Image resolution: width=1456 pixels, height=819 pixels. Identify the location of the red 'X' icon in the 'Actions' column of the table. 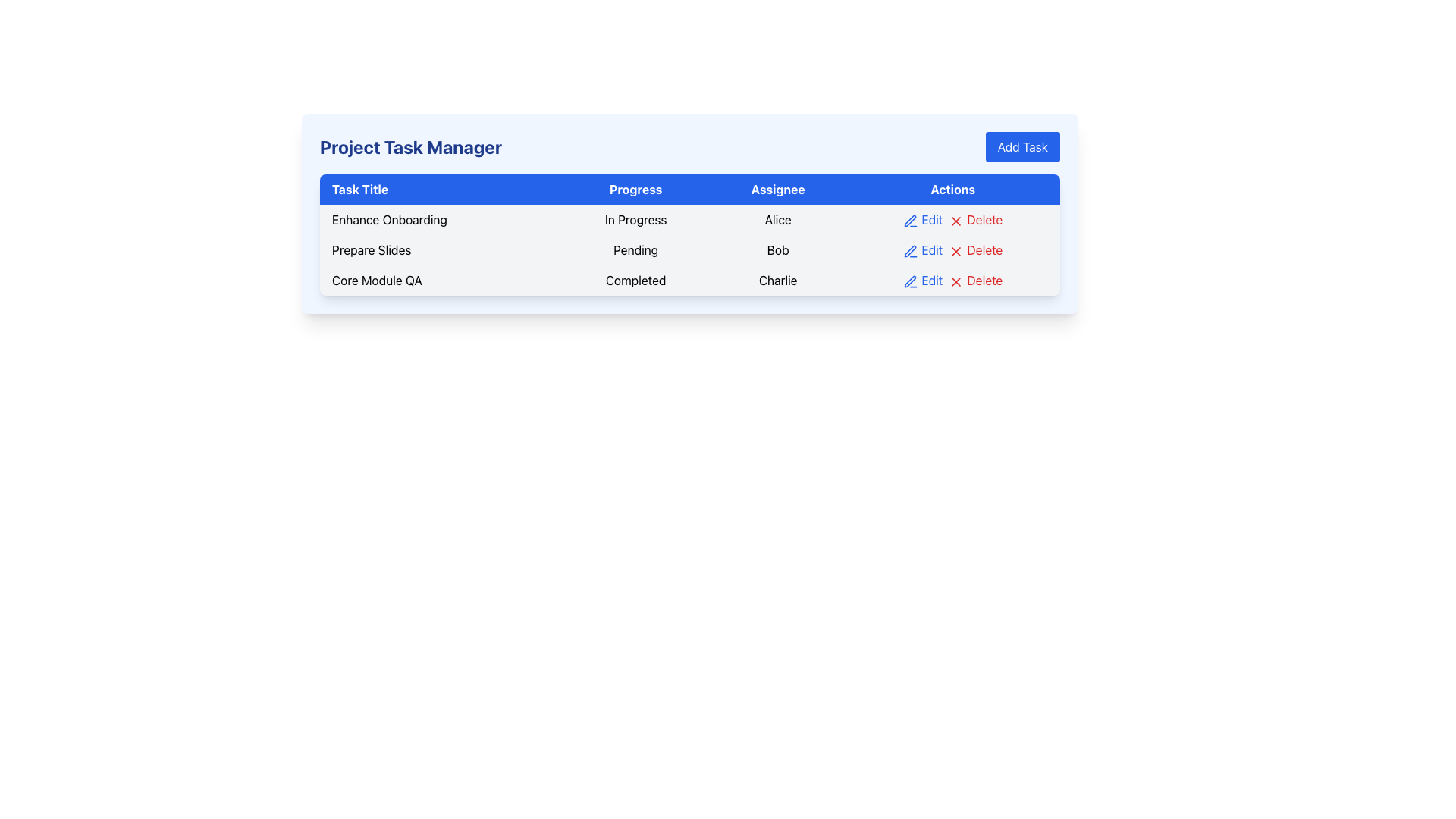
(955, 221).